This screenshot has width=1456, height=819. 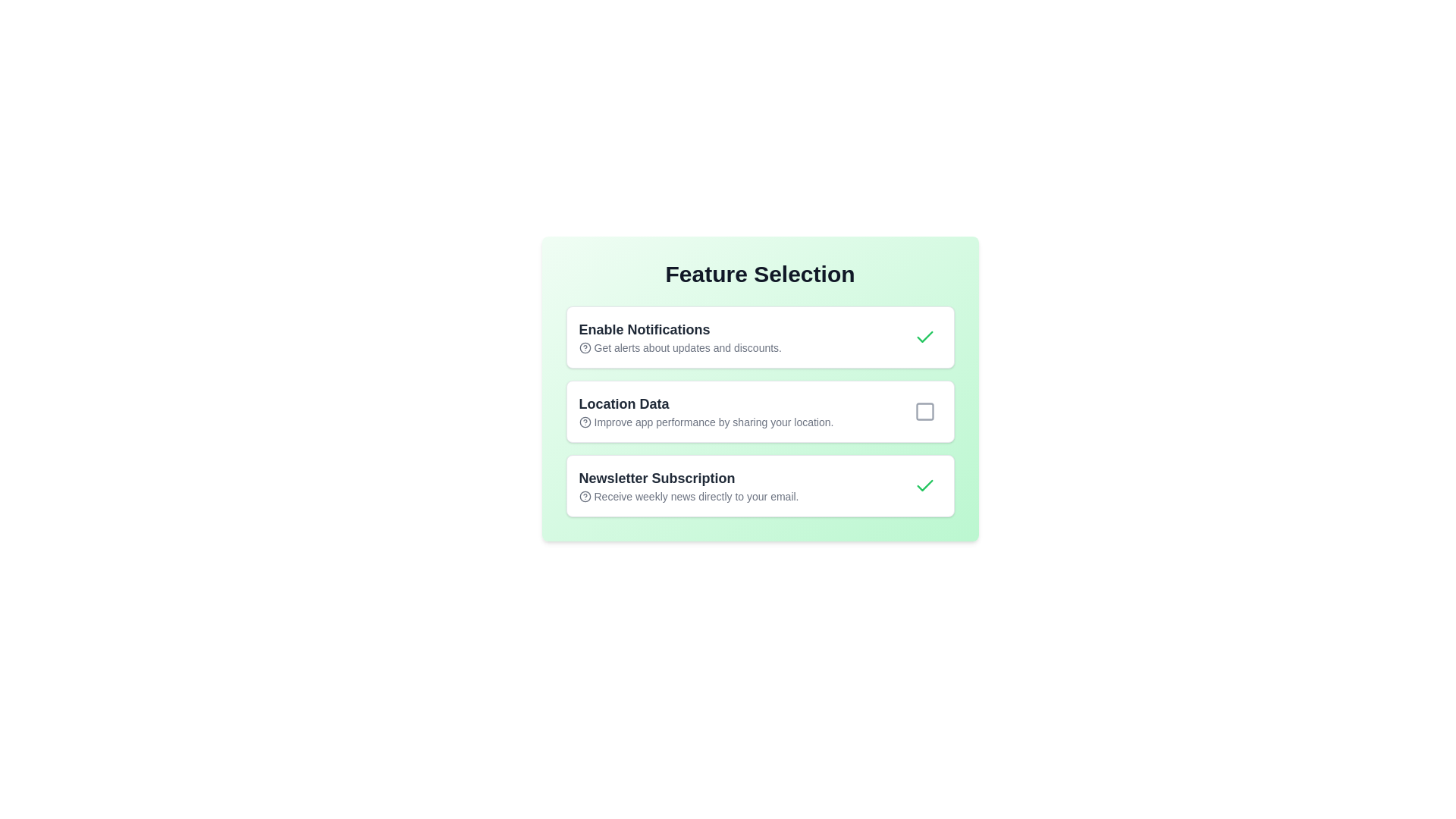 What do you see at coordinates (760, 412) in the screenshot?
I see `the grouped list with interactive controls for feature selection, which is located below the title 'Feature Selection' and allows users to select or deselect options related to notifications, location data, and newsletter subscription` at bounding box center [760, 412].